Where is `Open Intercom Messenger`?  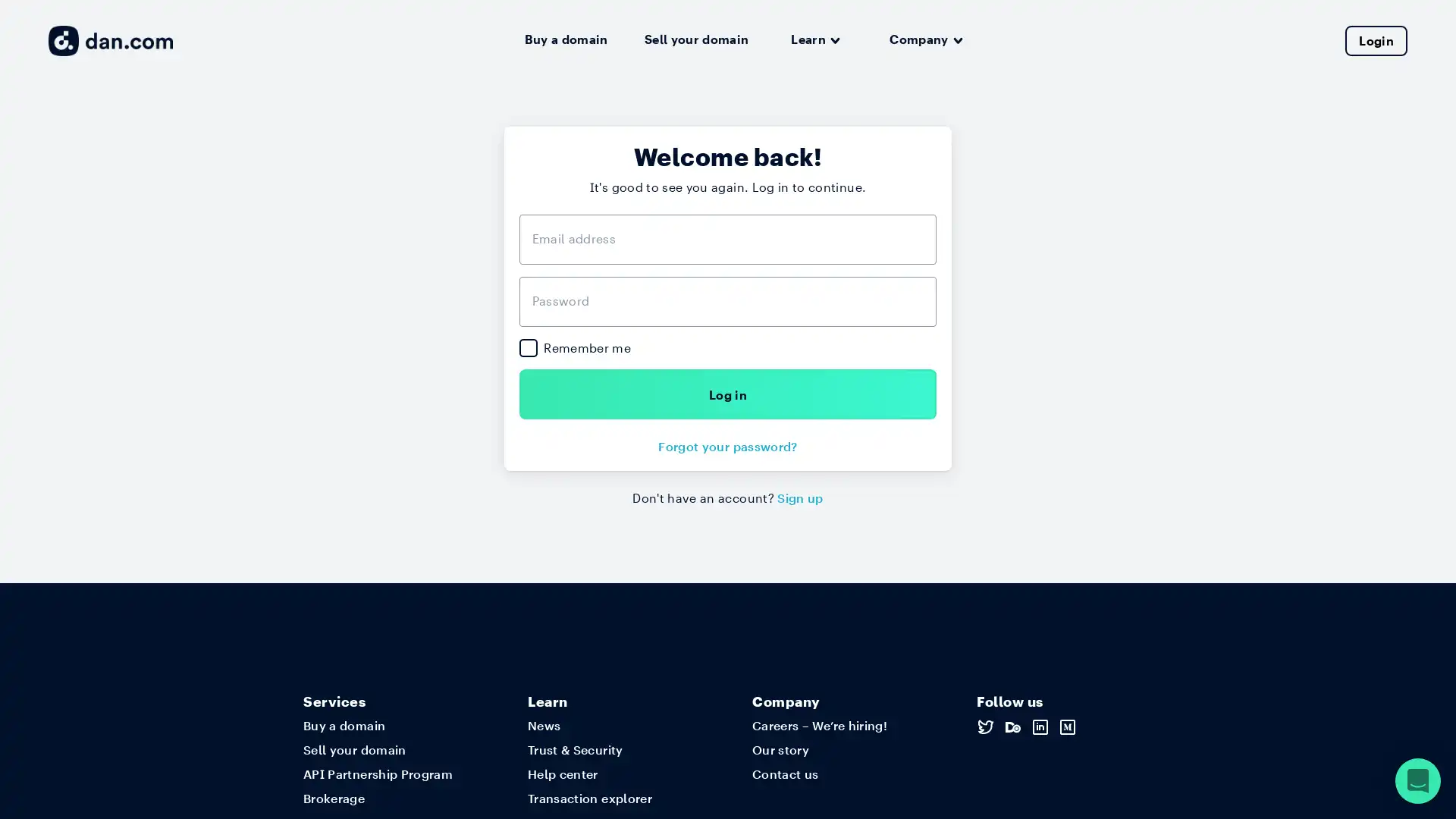 Open Intercom Messenger is located at coordinates (1417, 780).